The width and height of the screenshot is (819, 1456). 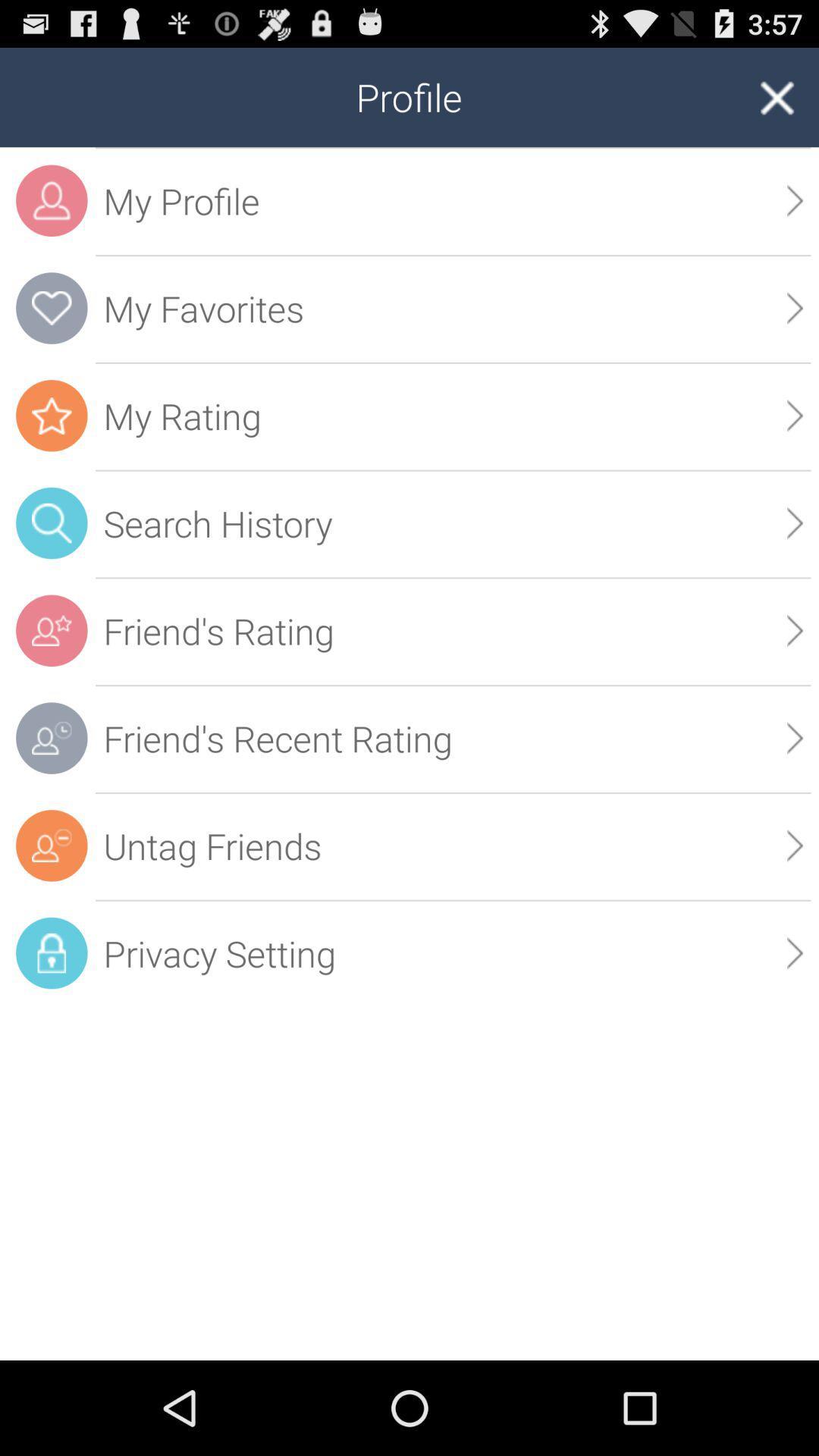 I want to click on my favorites icon, so click(x=51, y=307).